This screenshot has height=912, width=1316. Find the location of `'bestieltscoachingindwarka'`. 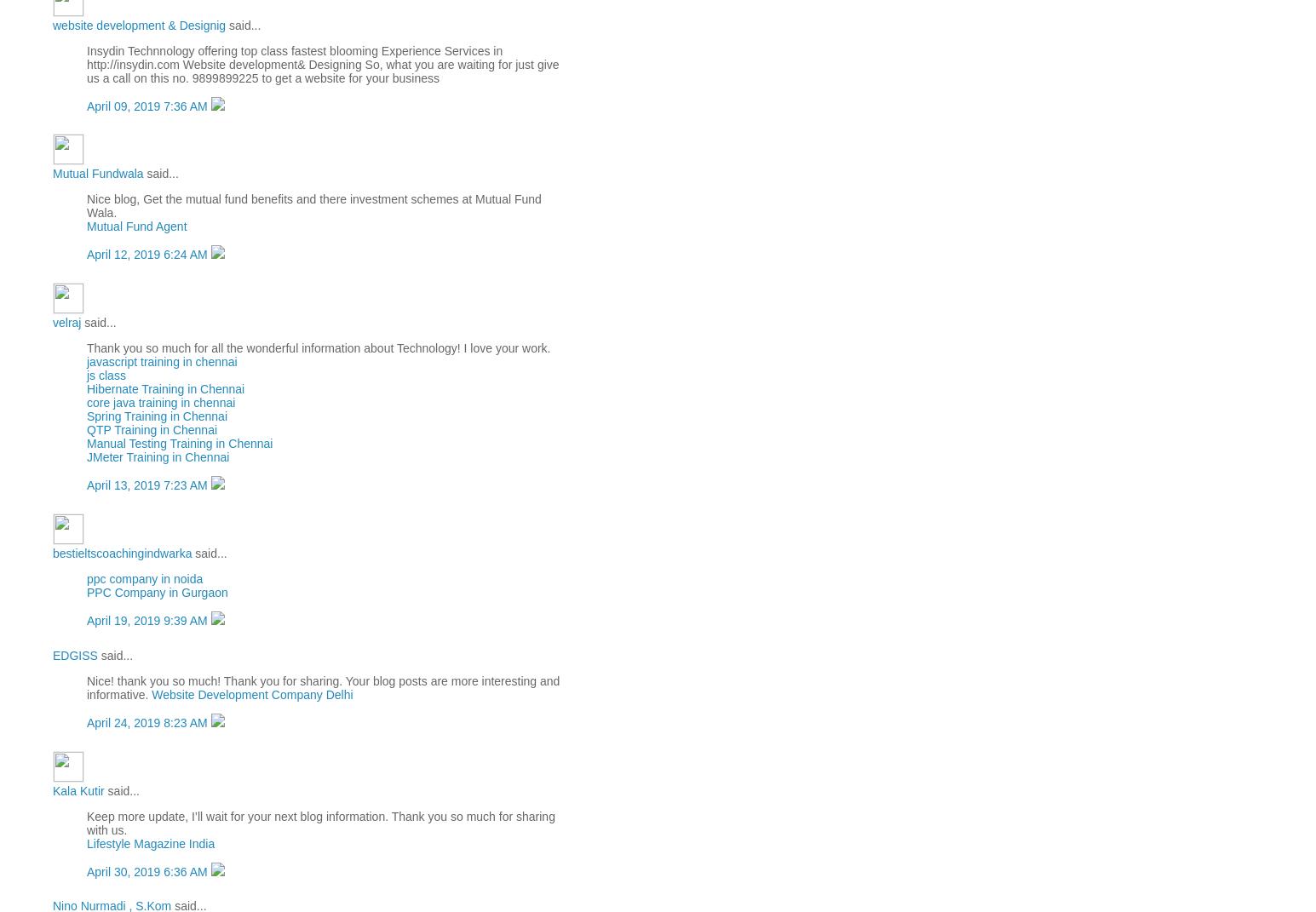

'bestieltscoachingindwarka' is located at coordinates (51, 552).